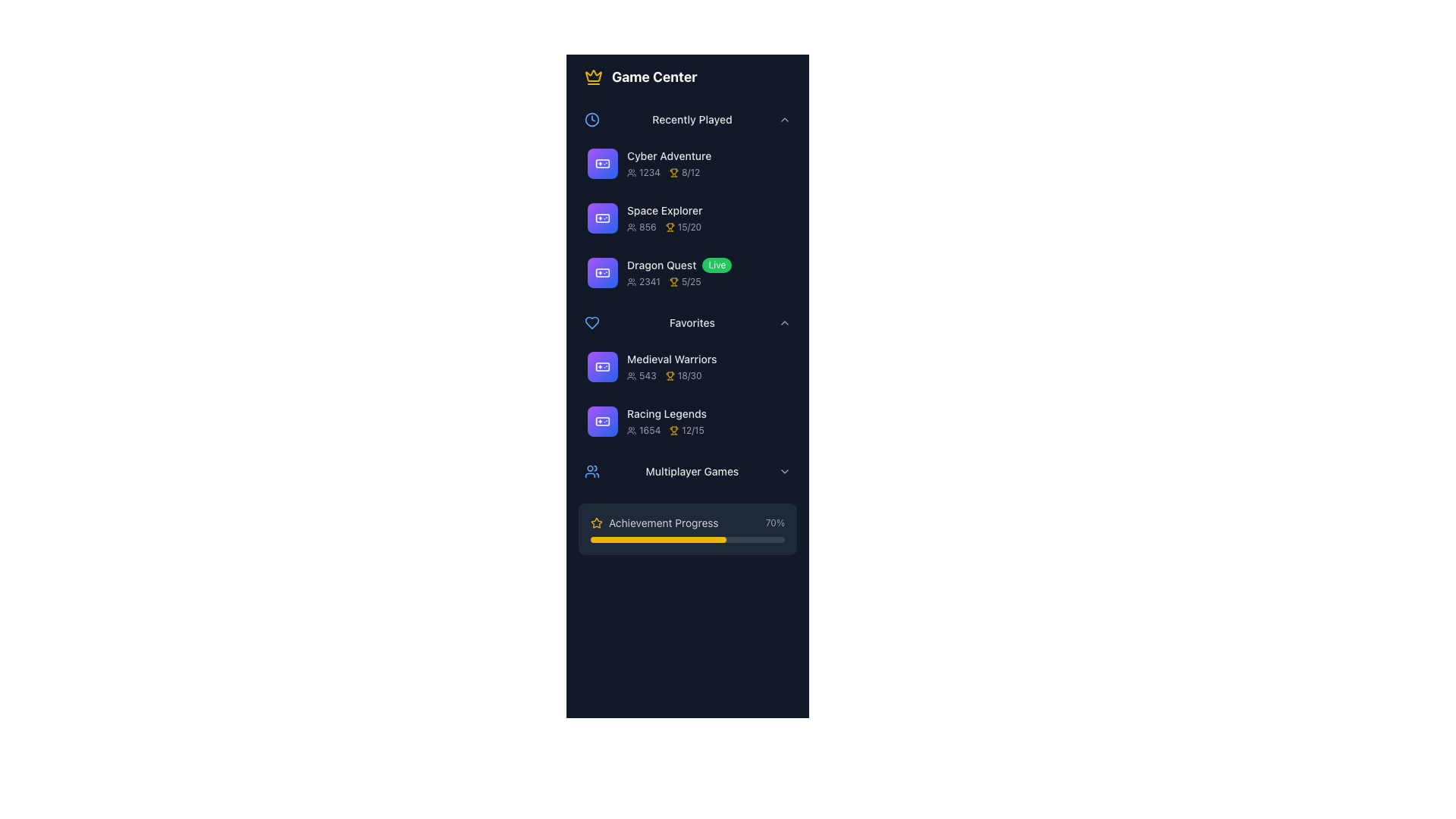 This screenshot has width=1456, height=819. What do you see at coordinates (687, 218) in the screenshot?
I see `the 'Space Explorer' list item` at bounding box center [687, 218].